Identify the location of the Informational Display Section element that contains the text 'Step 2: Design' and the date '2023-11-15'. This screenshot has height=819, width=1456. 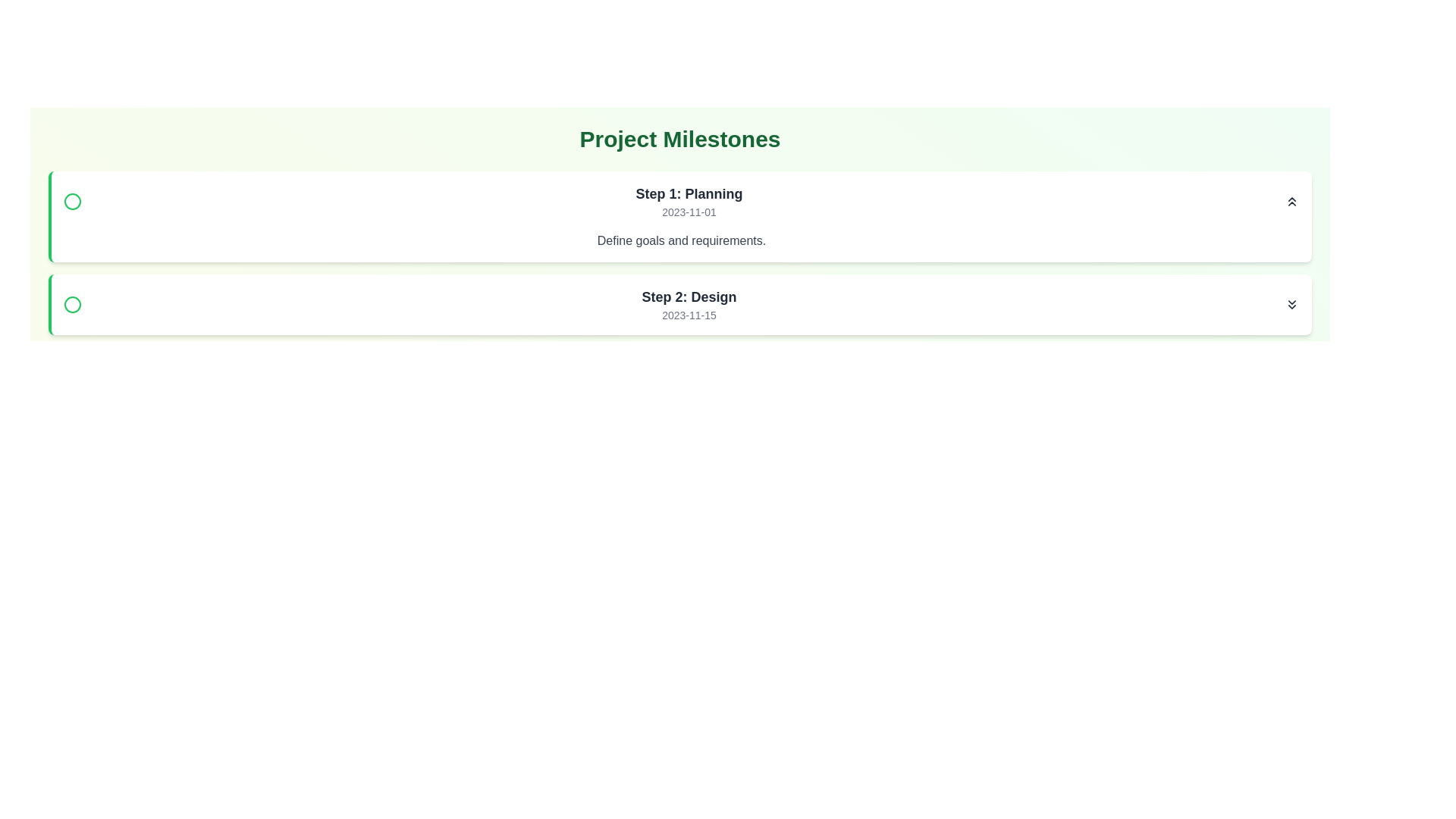
(680, 304).